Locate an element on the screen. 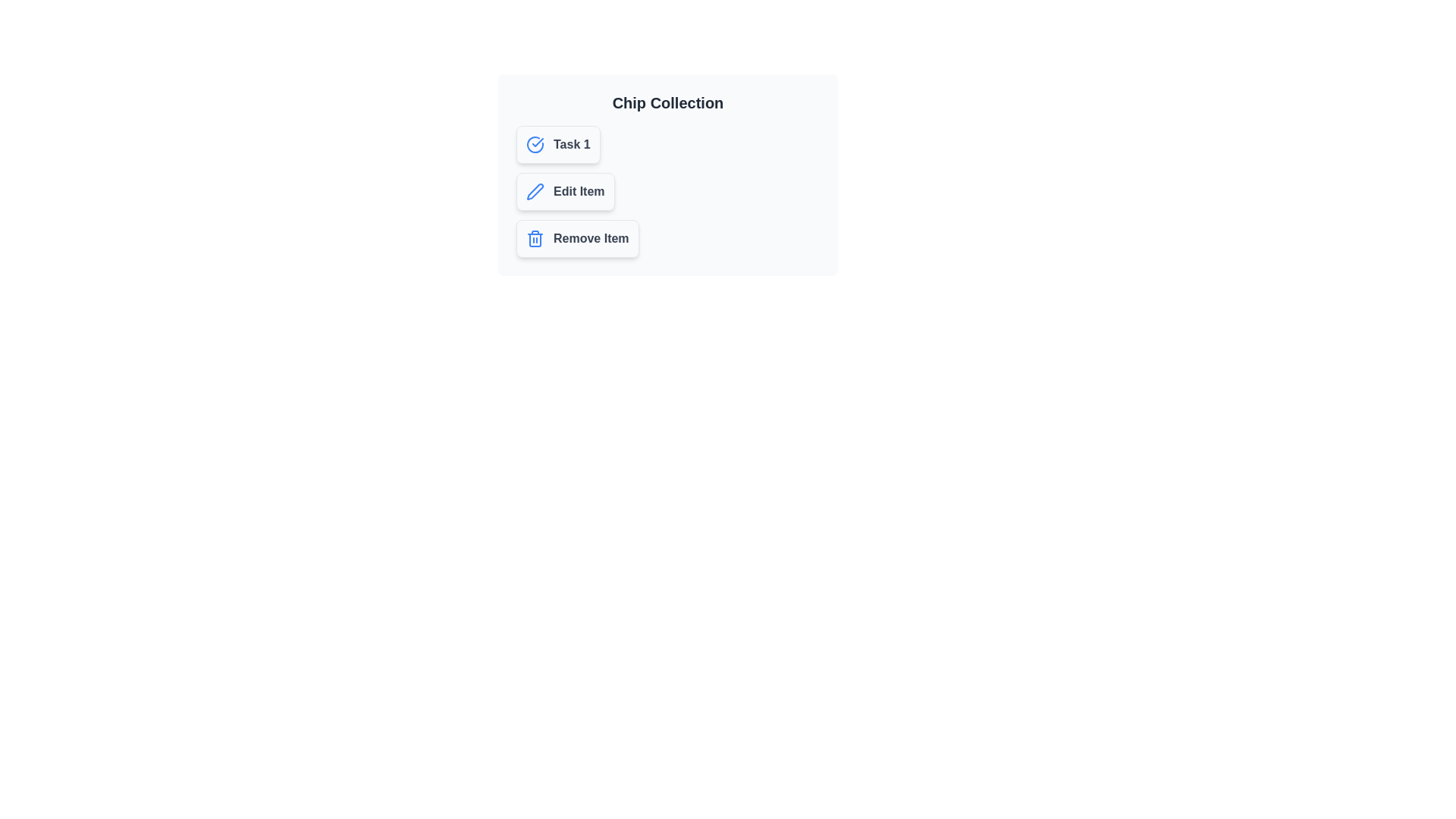 The image size is (1456, 819). the text label of the chip labeled 'Task 1' is located at coordinates (570, 145).